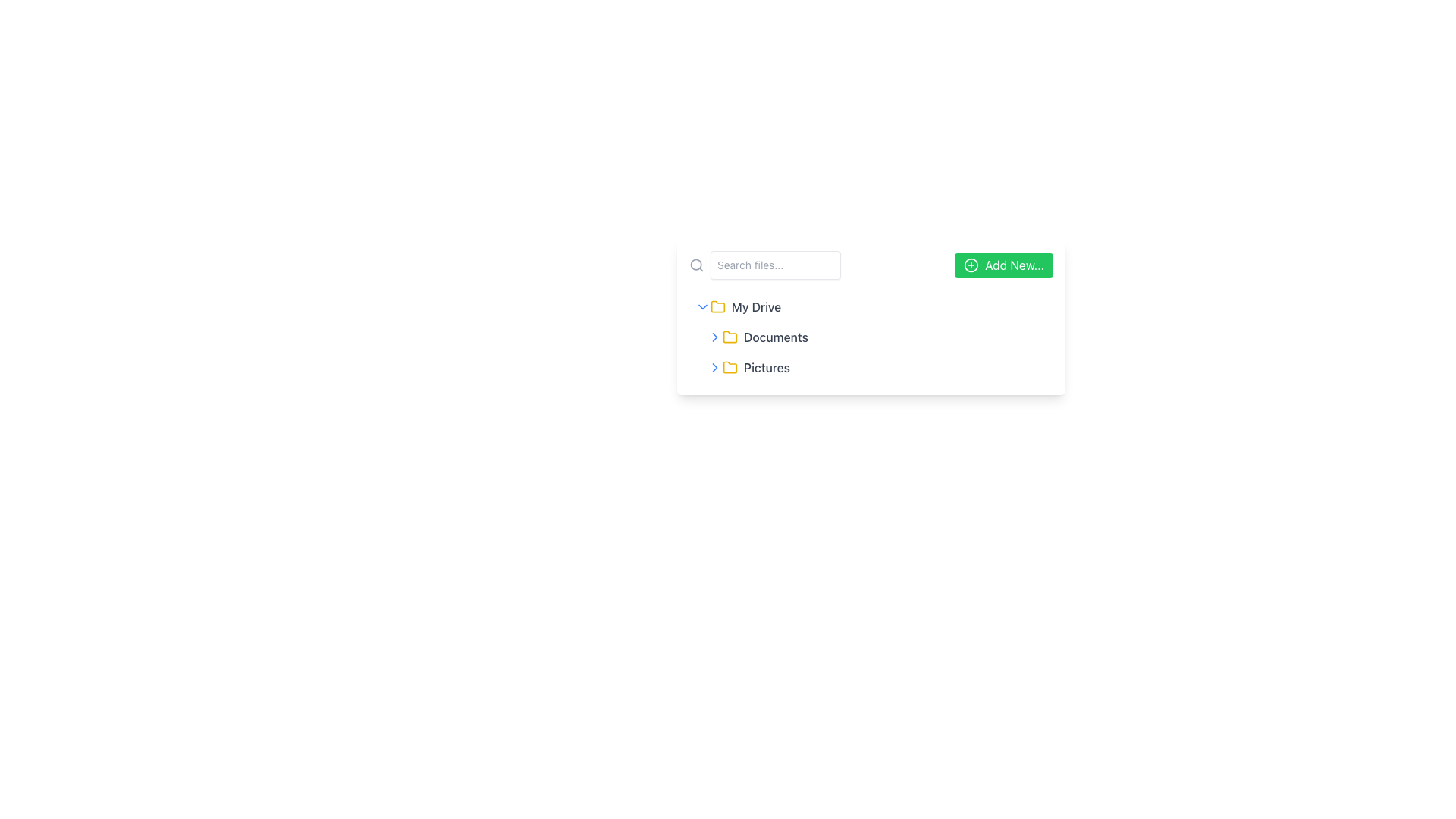 The width and height of the screenshot is (1456, 819). Describe the element at coordinates (756, 307) in the screenshot. I see `the 'My Drive' text label that serves as a clickable reference for accessing folder contents, located immediately to the right of the yellow folder icon` at that location.